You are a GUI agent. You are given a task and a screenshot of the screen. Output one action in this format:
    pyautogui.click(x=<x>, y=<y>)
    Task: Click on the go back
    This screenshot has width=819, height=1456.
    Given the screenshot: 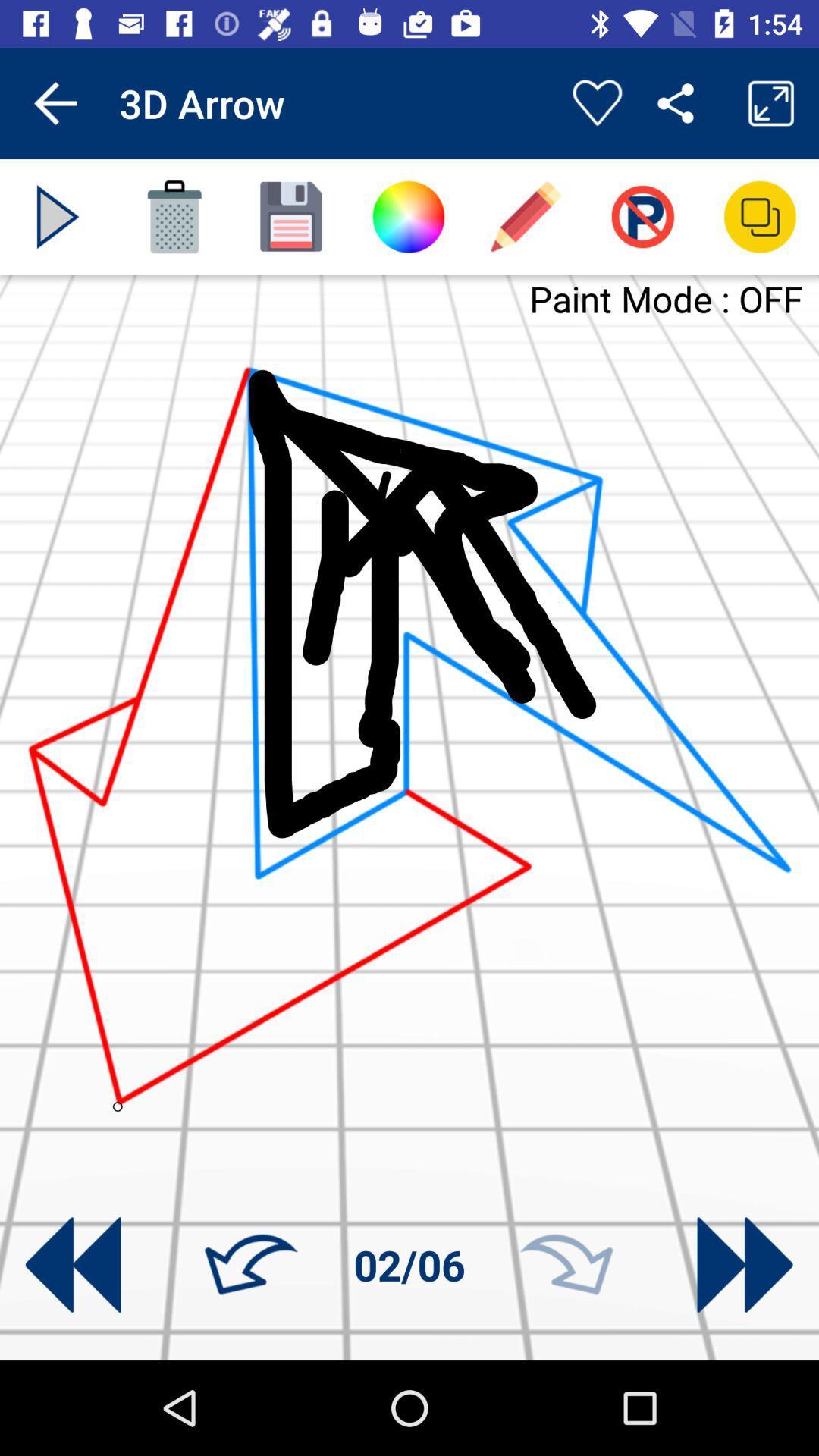 What is the action you would take?
    pyautogui.click(x=250, y=1265)
    